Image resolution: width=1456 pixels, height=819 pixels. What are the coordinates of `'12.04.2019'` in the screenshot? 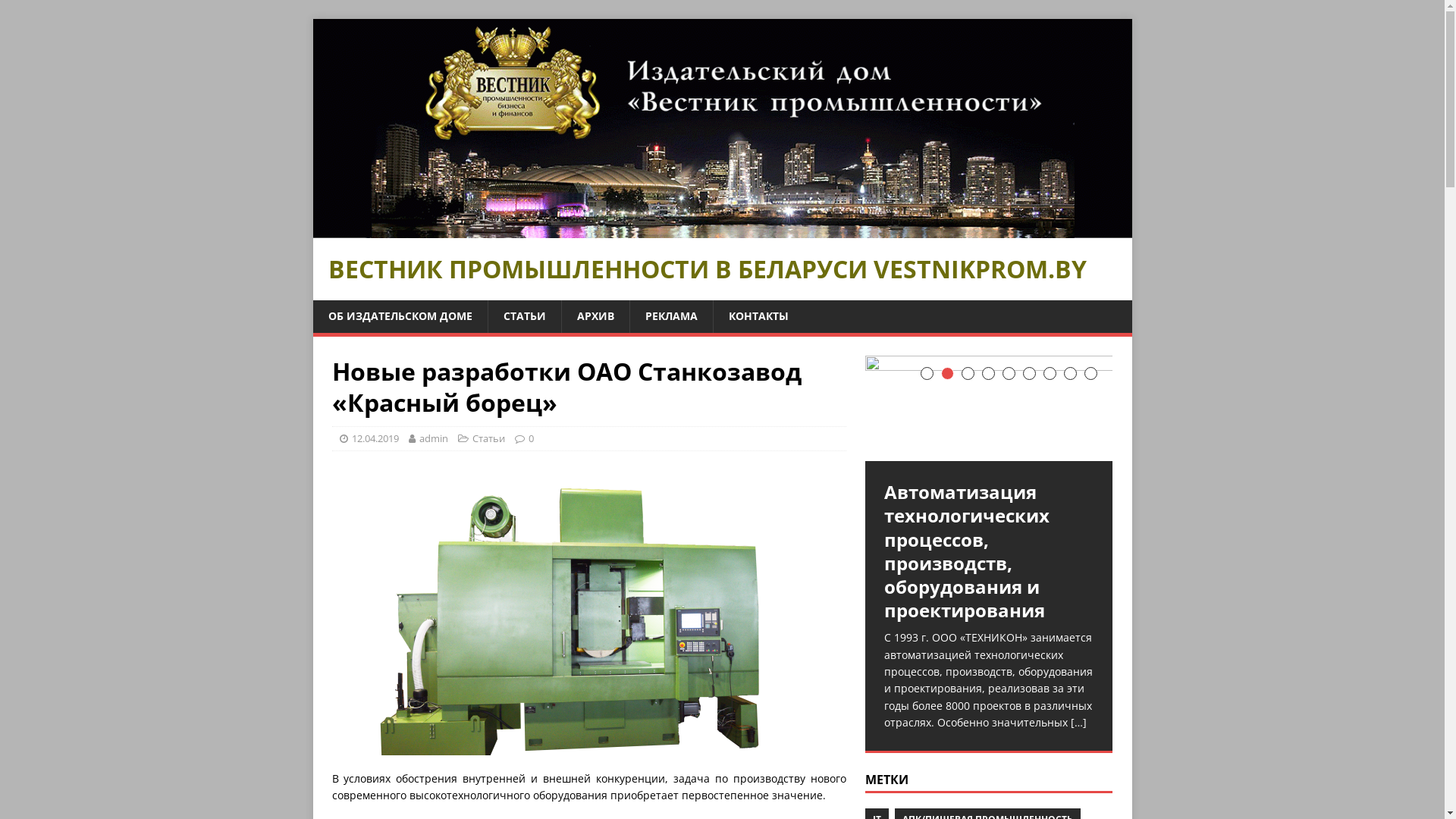 It's located at (375, 438).